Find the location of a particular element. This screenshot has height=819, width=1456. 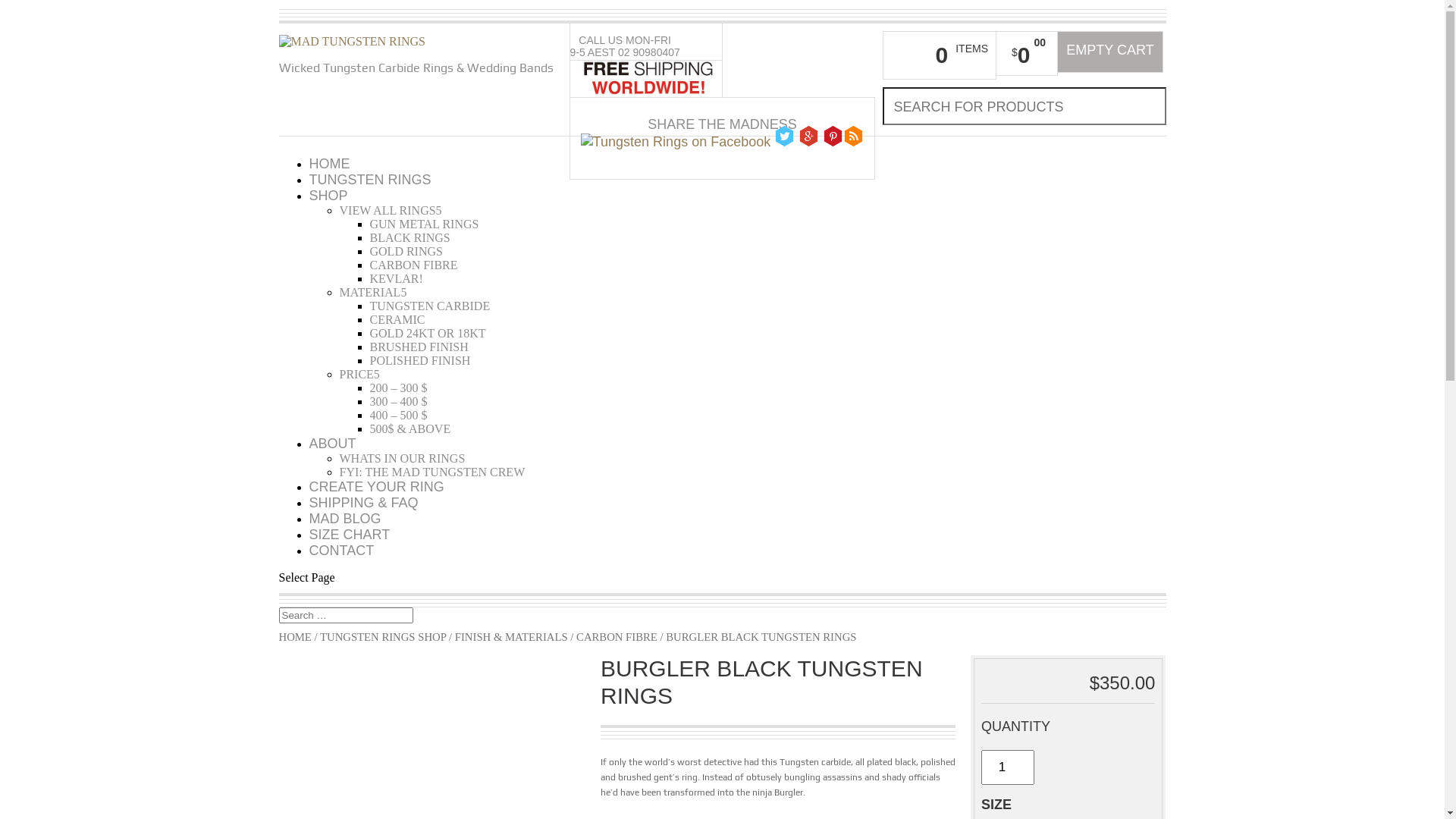

'CERAMIC' is located at coordinates (370, 318).